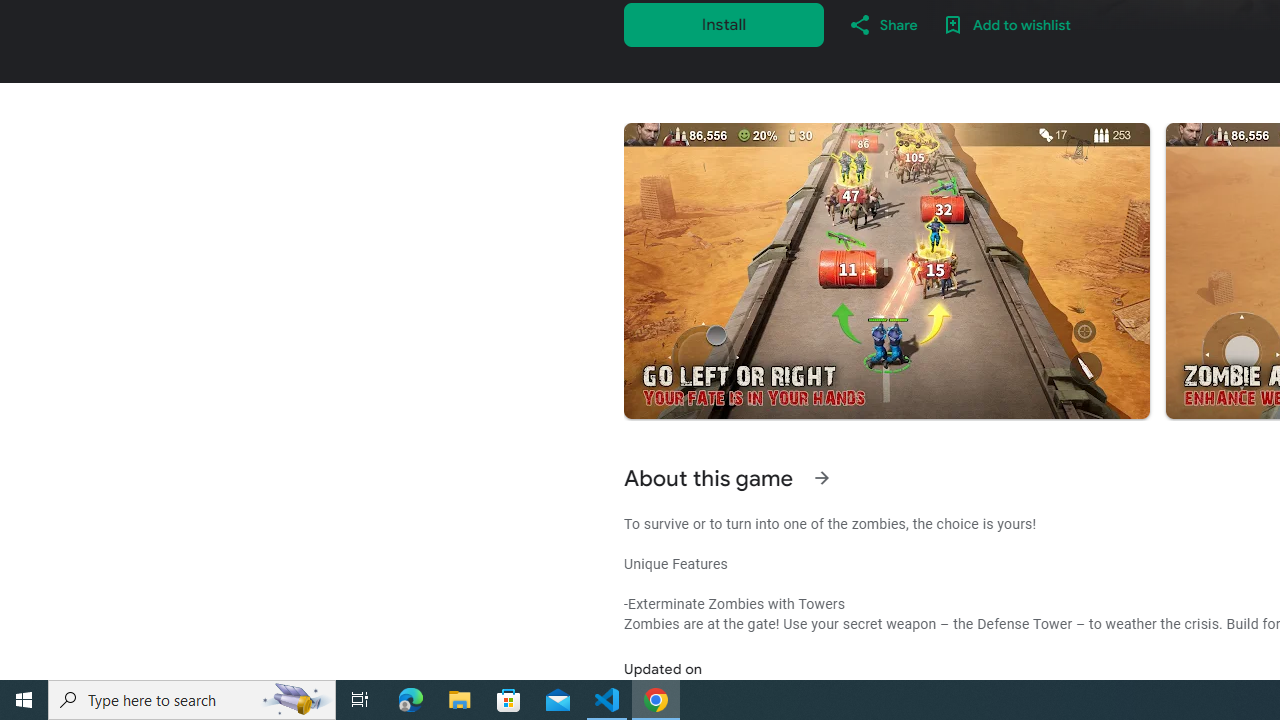 This screenshot has height=720, width=1280. I want to click on 'Share', so click(880, 24).